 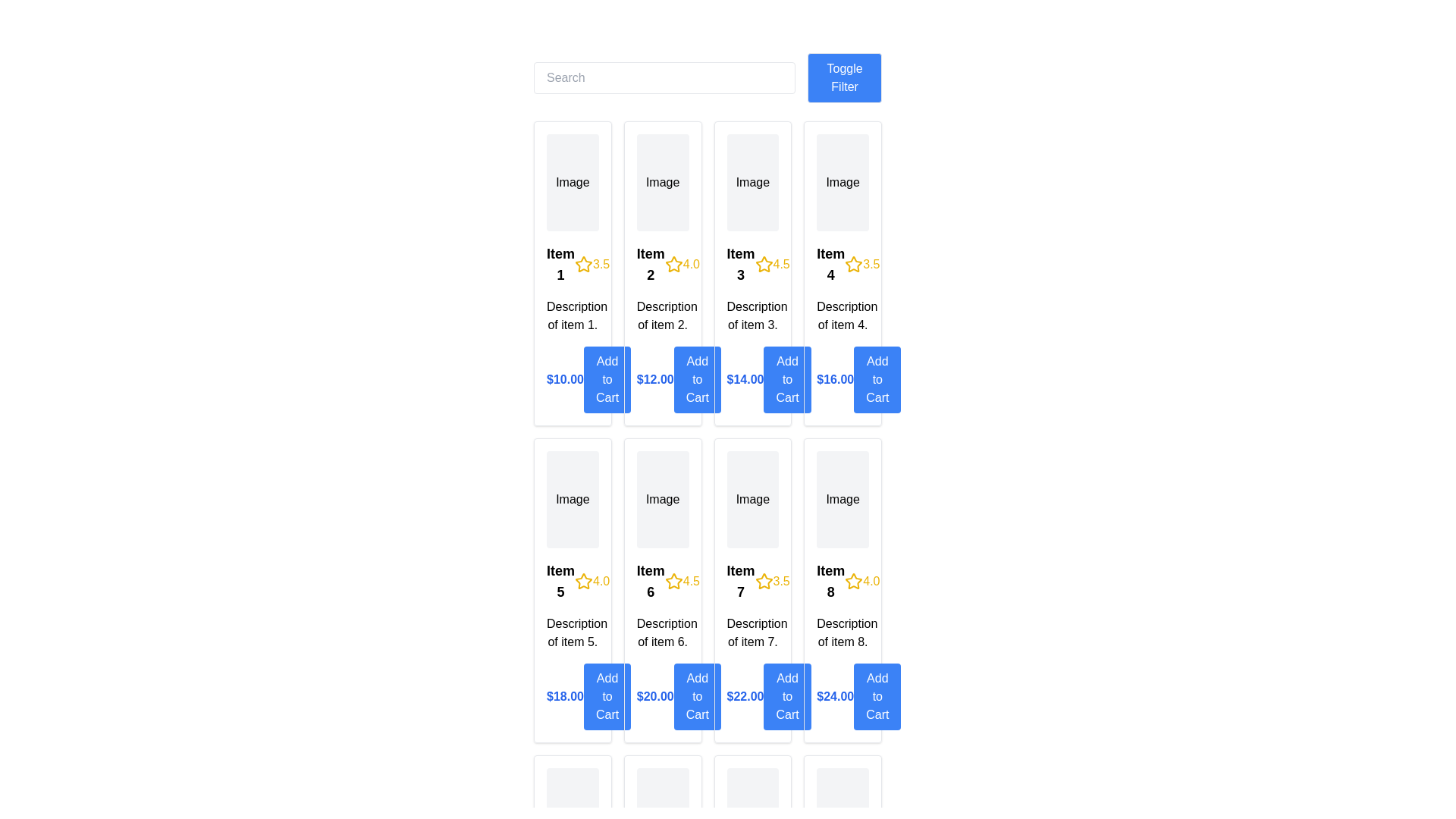 I want to click on the bold blue static text label displaying the value '$14.00' located above the blue 'Add to Cart' button in the third item card from the left, so click(x=745, y=379).